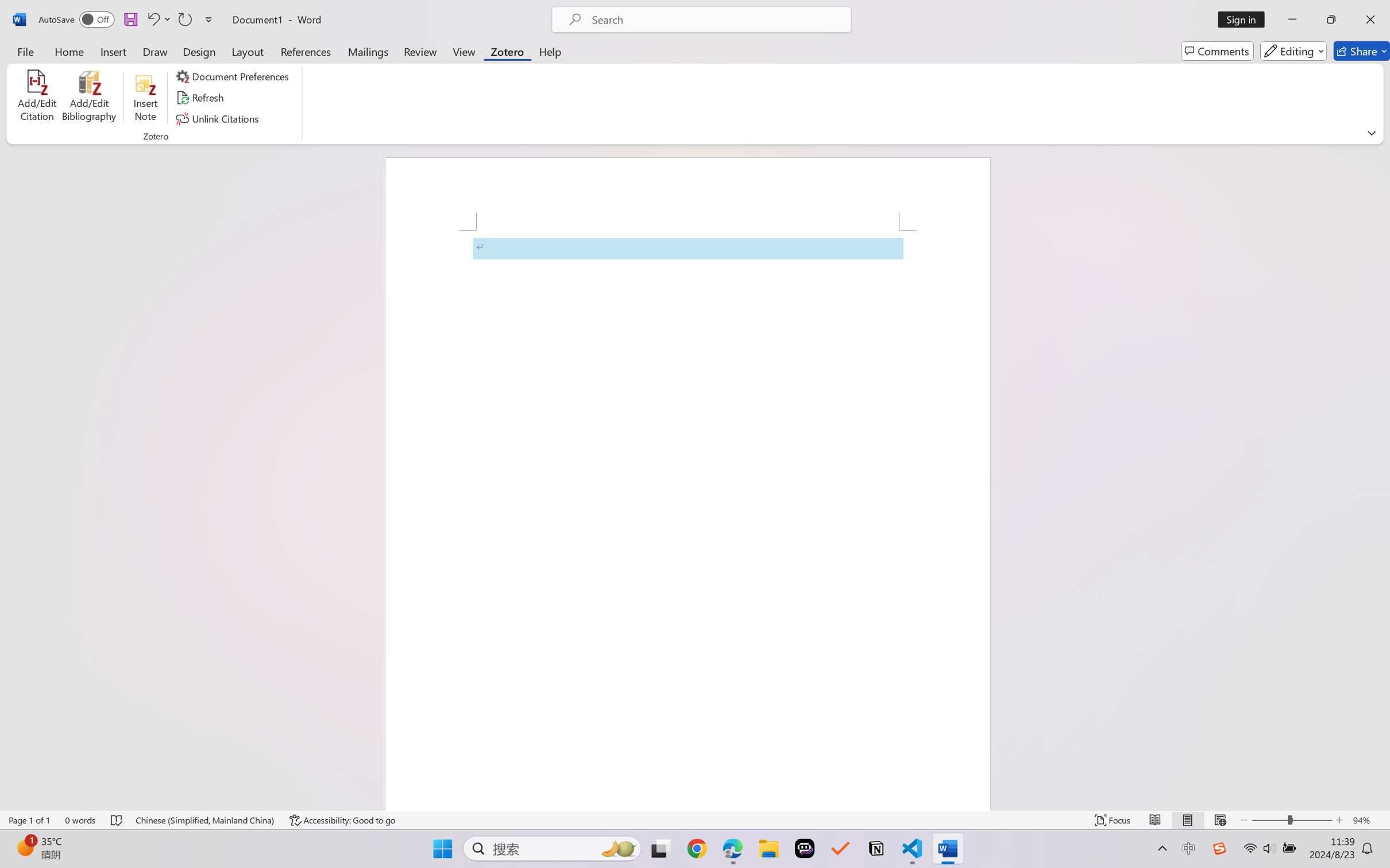 This screenshot has height=868, width=1390. I want to click on 'Add/Edit Citation', so click(37, 98).